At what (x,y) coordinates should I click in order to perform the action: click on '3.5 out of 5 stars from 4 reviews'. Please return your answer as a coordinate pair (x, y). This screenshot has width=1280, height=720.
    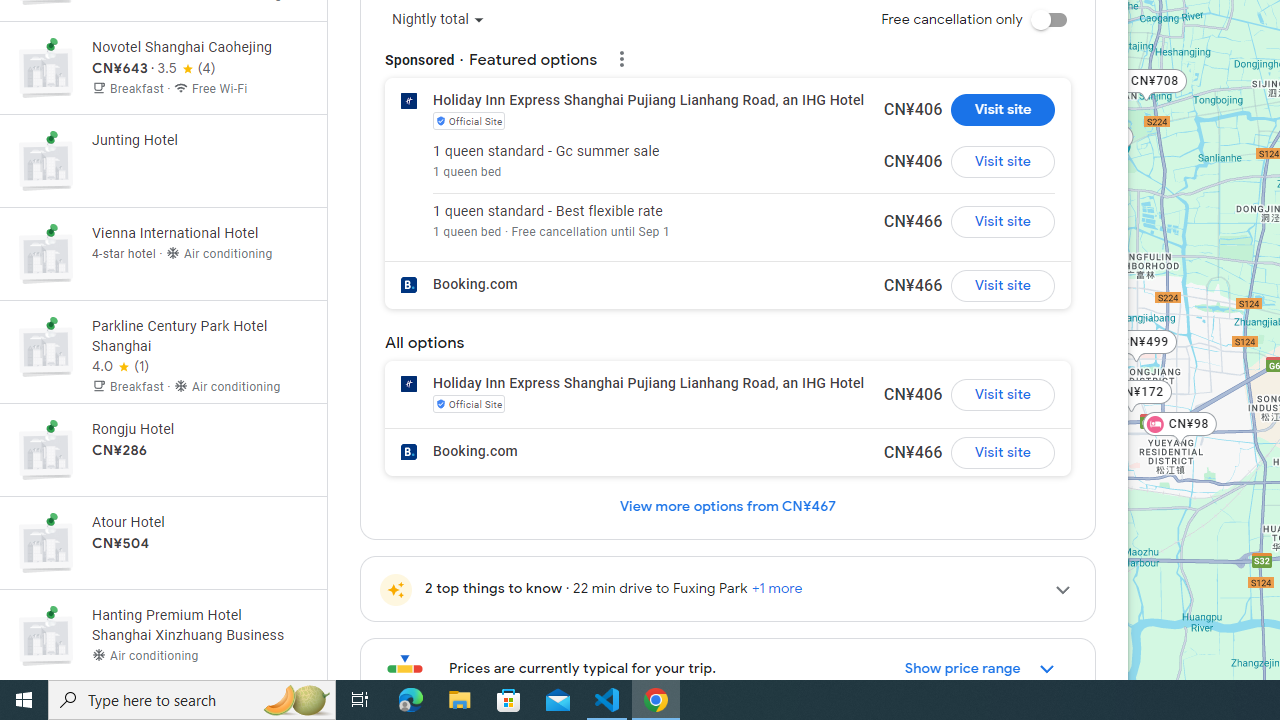
    Looking at the image, I should click on (186, 68).